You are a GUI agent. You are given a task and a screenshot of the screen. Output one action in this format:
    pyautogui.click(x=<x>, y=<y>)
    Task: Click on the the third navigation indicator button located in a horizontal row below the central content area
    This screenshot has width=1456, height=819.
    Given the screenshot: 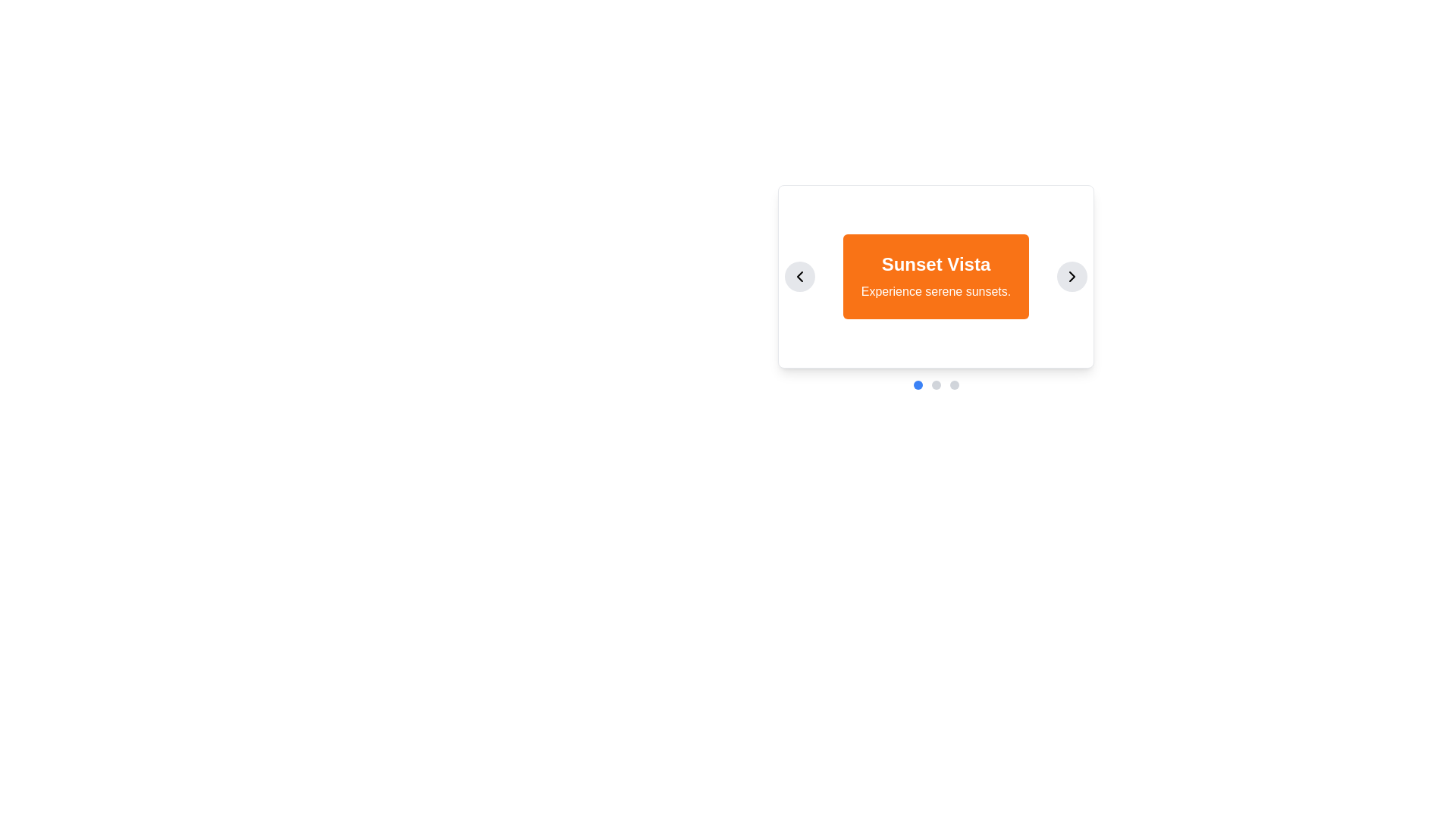 What is the action you would take?
    pyautogui.click(x=953, y=384)
    